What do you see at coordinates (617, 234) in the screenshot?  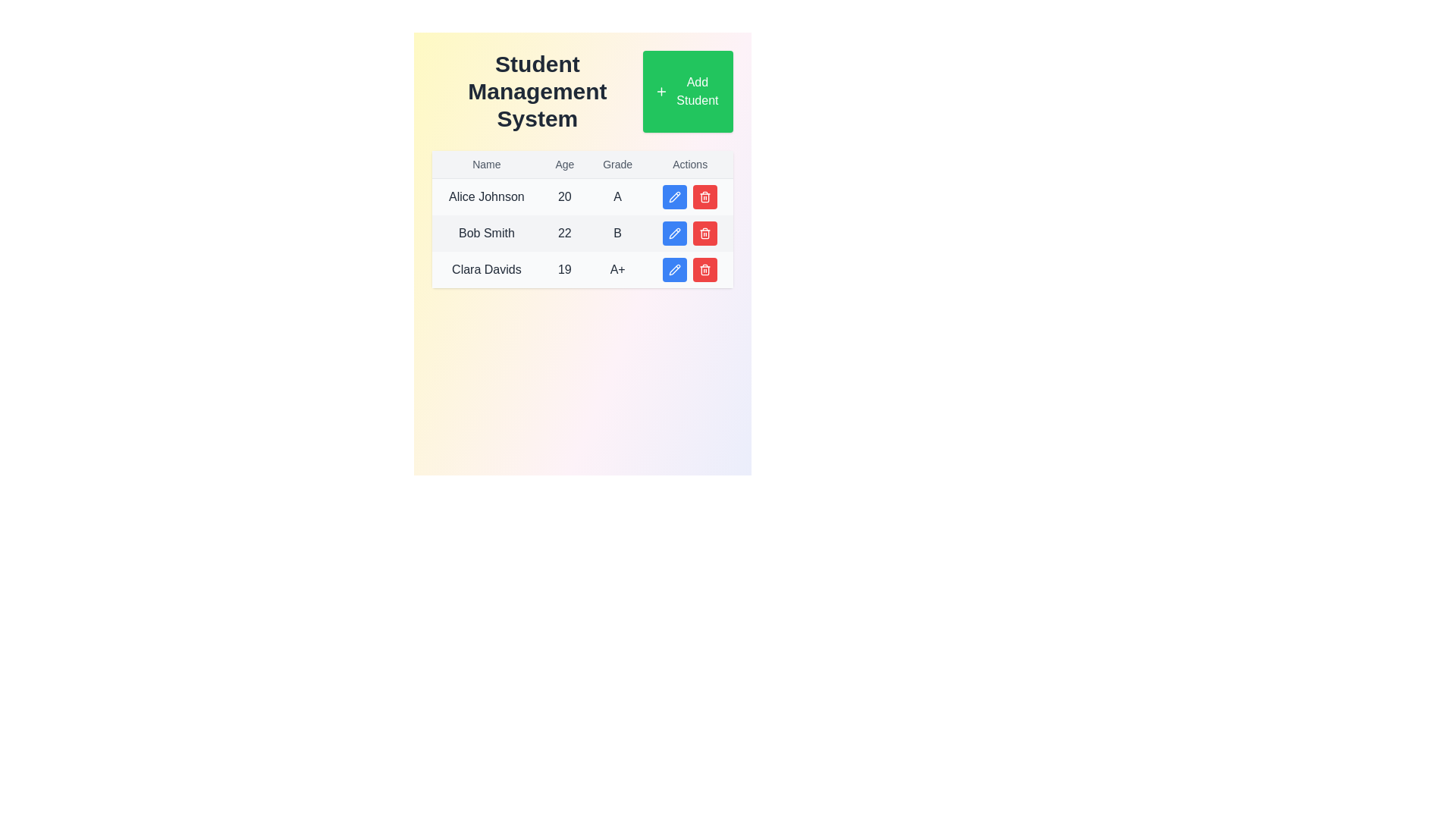 I see `the Text label displaying the grade of the student 'Bob Smith' in the table, located in the third column of his row` at bounding box center [617, 234].